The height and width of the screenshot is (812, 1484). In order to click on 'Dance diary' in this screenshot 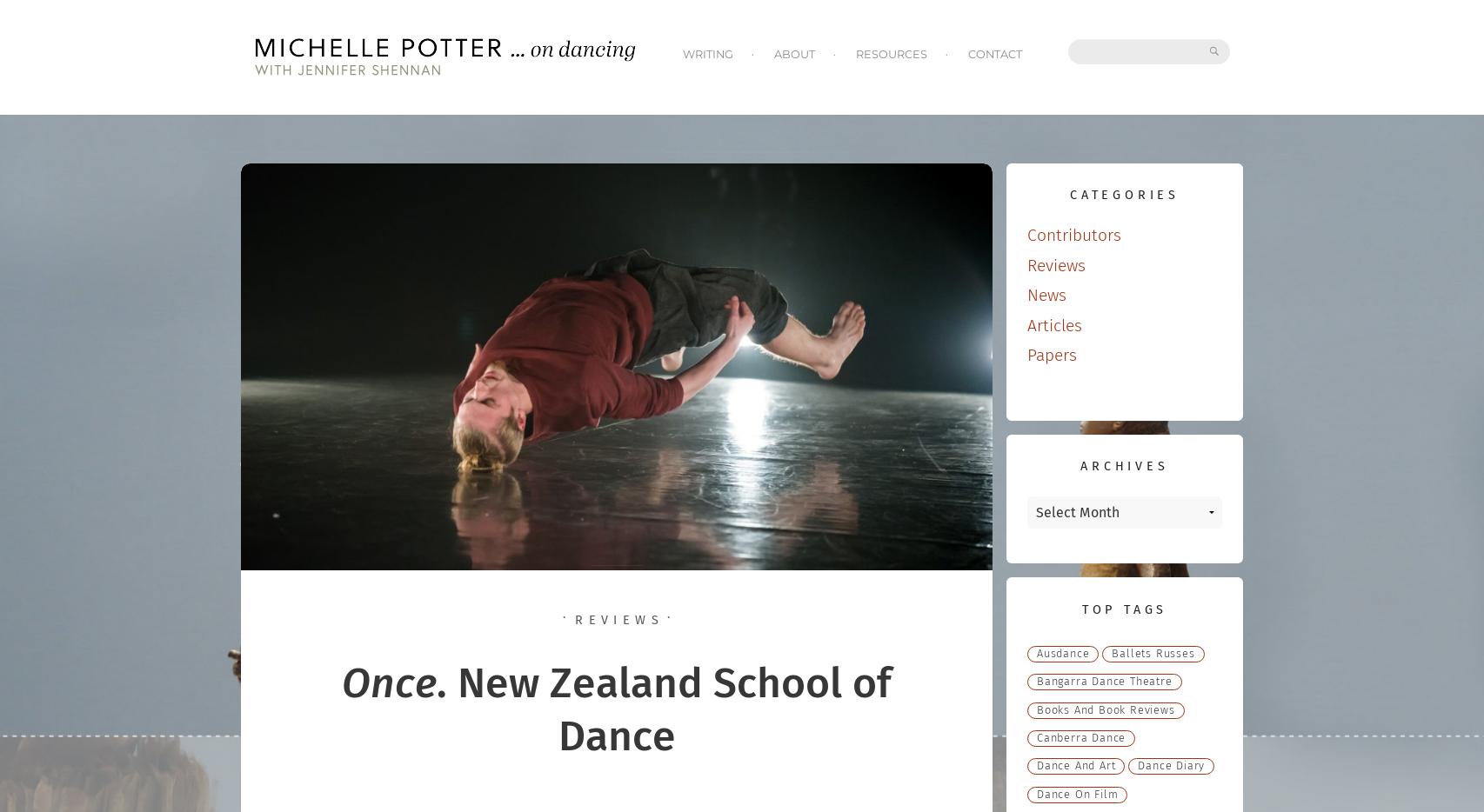, I will do `click(1170, 765)`.